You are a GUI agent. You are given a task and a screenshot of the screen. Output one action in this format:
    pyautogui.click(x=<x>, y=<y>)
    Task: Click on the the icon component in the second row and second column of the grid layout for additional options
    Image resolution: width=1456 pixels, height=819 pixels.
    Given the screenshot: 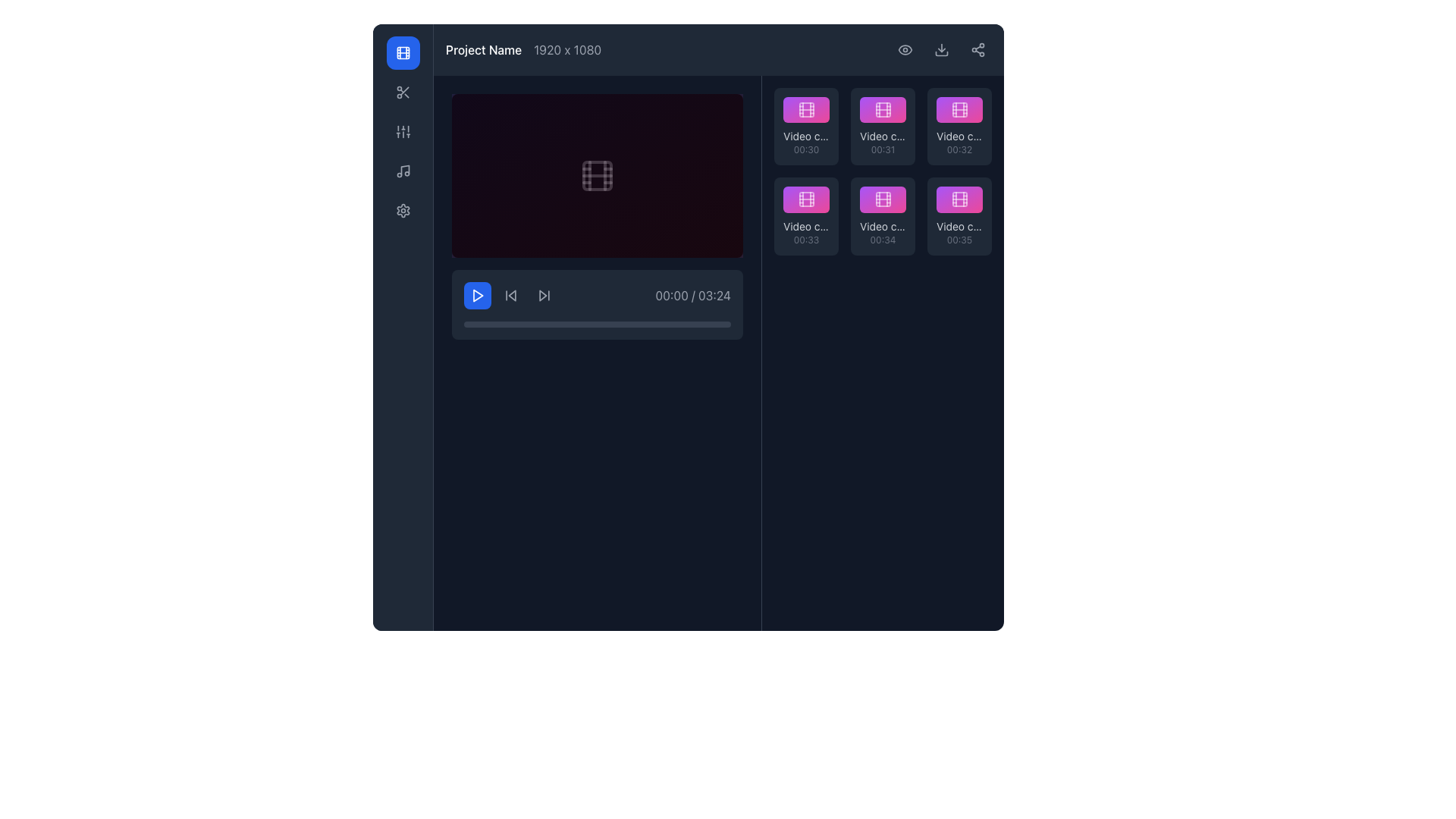 What is the action you would take?
    pyautogui.click(x=883, y=109)
    